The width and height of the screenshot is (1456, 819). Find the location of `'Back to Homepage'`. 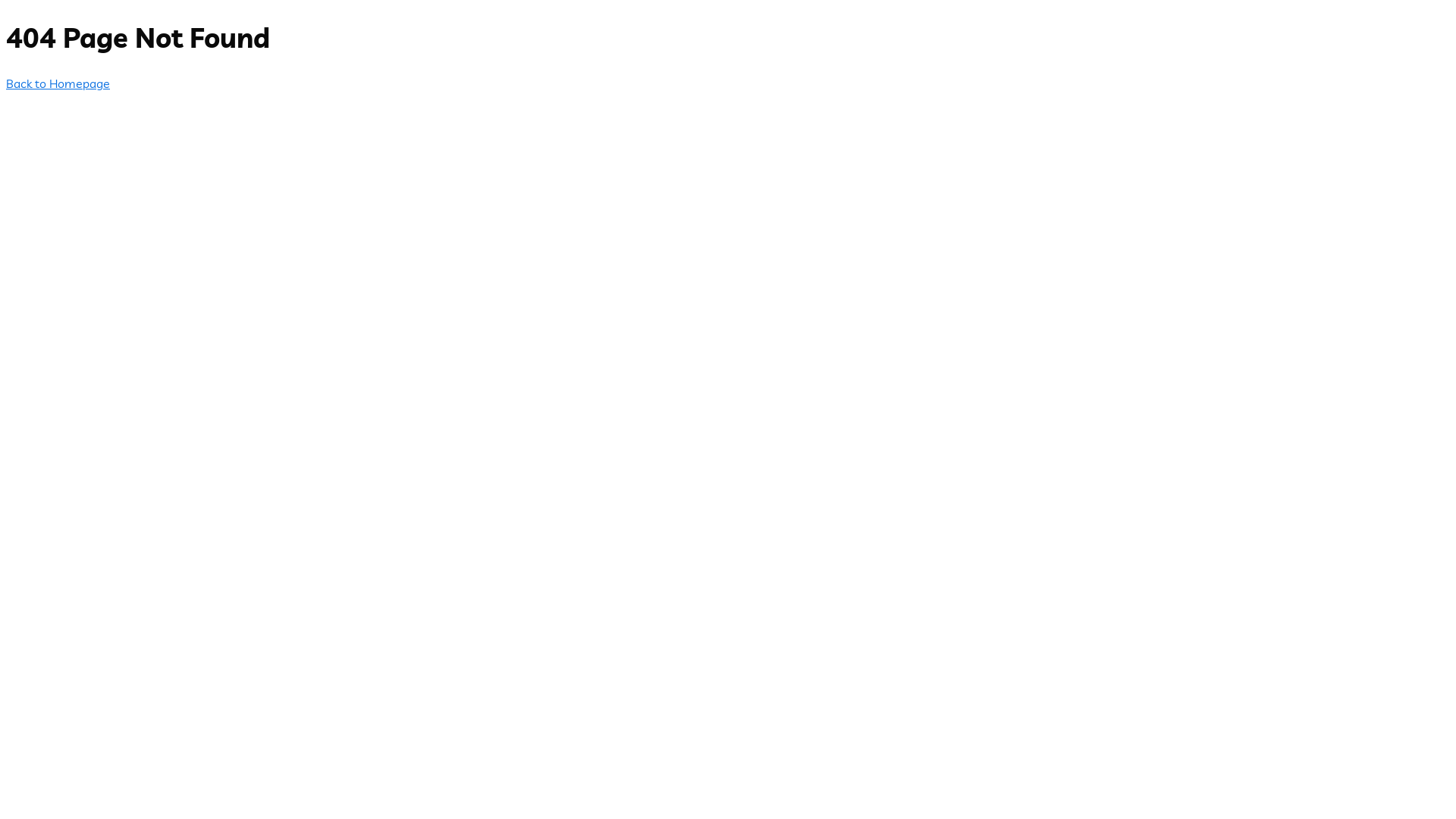

'Back to Homepage' is located at coordinates (58, 83).